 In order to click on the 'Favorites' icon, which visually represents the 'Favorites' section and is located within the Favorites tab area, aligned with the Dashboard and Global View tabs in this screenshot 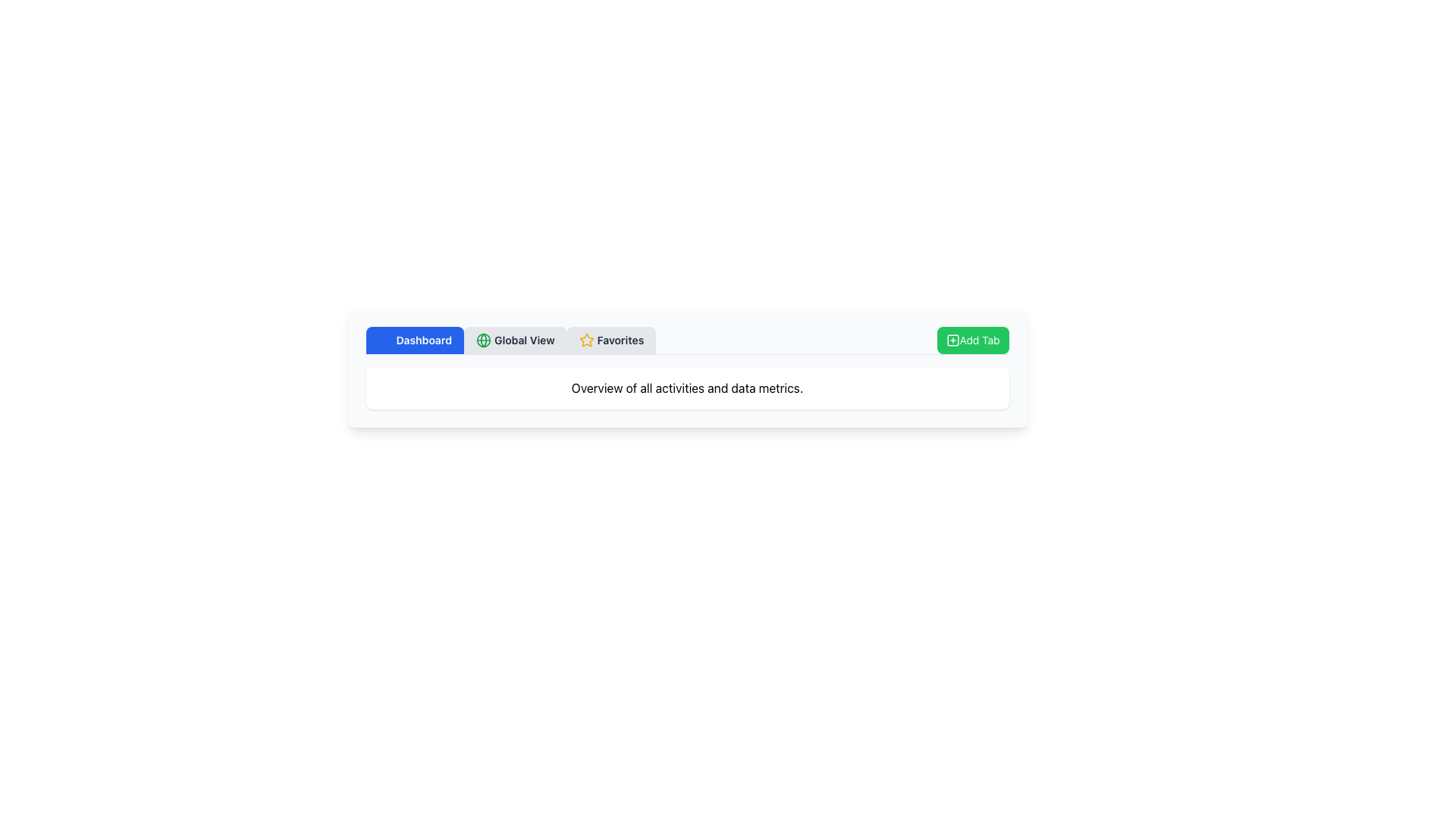, I will do `click(585, 339)`.